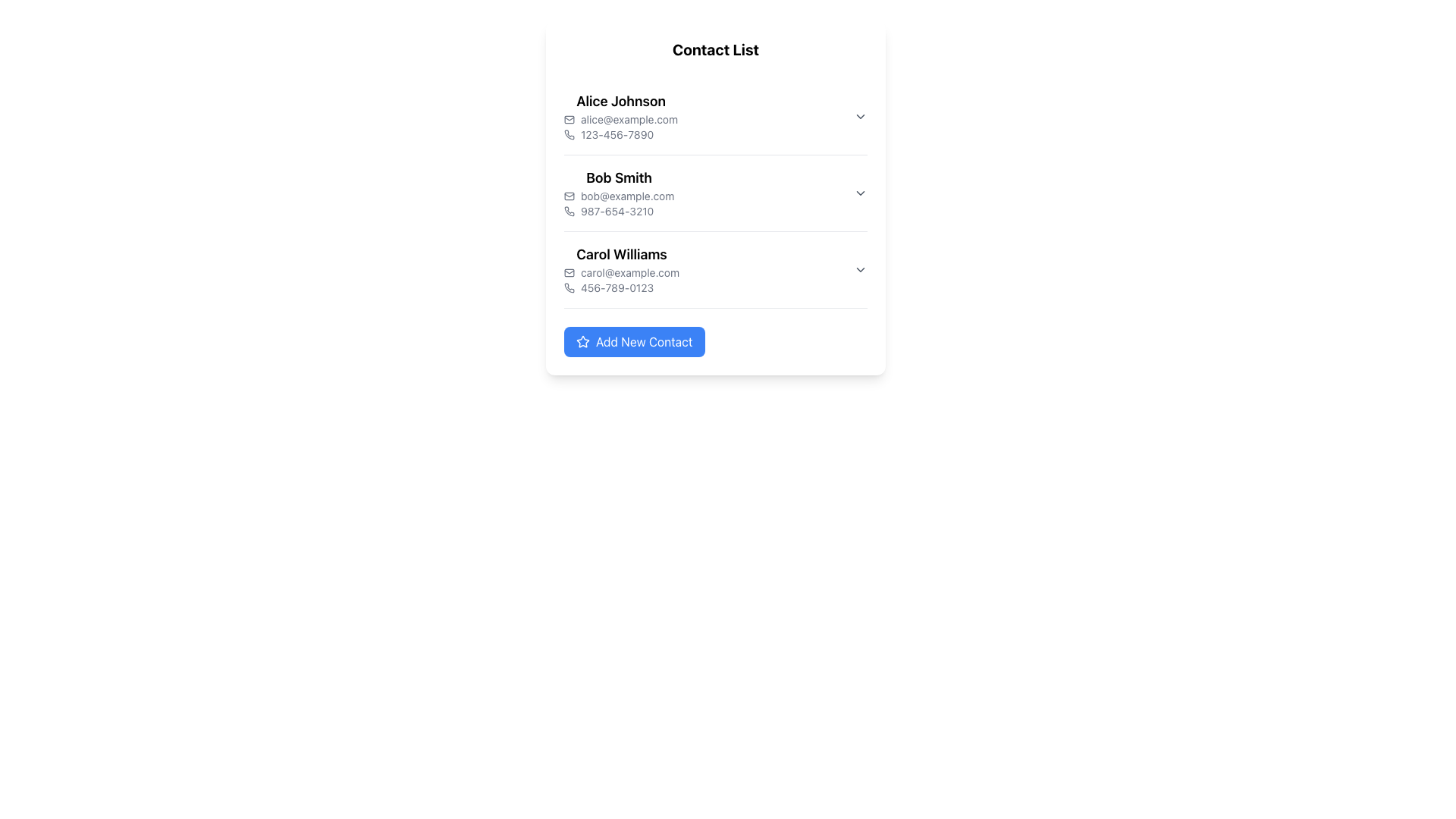 This screenshot has height=819, width=1456. What do you see at coordinates (715, 268) in the screenshot?
I see `the Contact Information Block displaying details of 'Carol Williams'` at bounding box center [715, 268].